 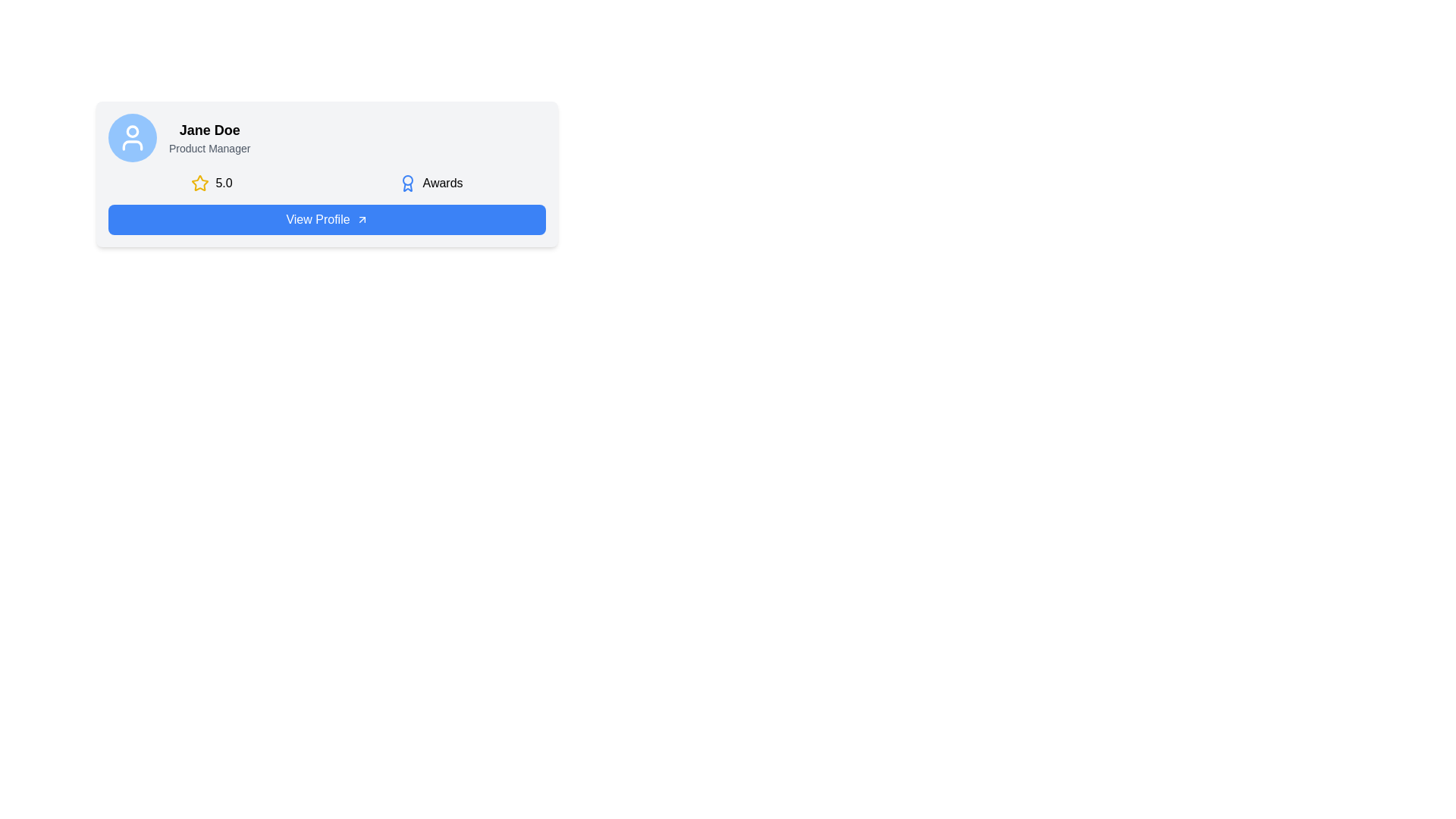 I want to click on the small circular SVG element located at the top of the profile avatar area within the user's profile card, so click(x=132, y=130).